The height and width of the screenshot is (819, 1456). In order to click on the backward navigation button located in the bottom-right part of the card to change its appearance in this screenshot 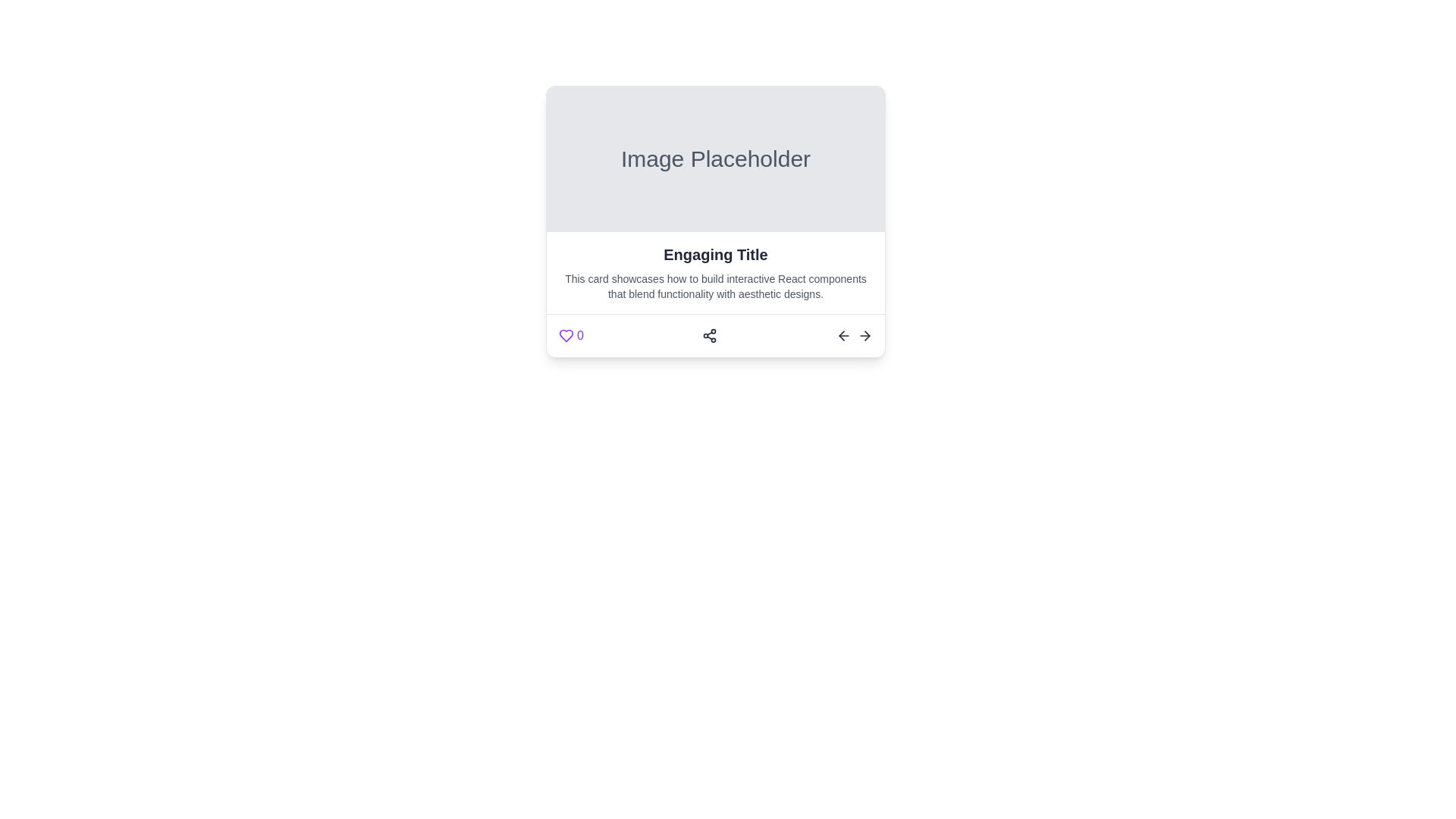, I will do `click(843, 335)`.